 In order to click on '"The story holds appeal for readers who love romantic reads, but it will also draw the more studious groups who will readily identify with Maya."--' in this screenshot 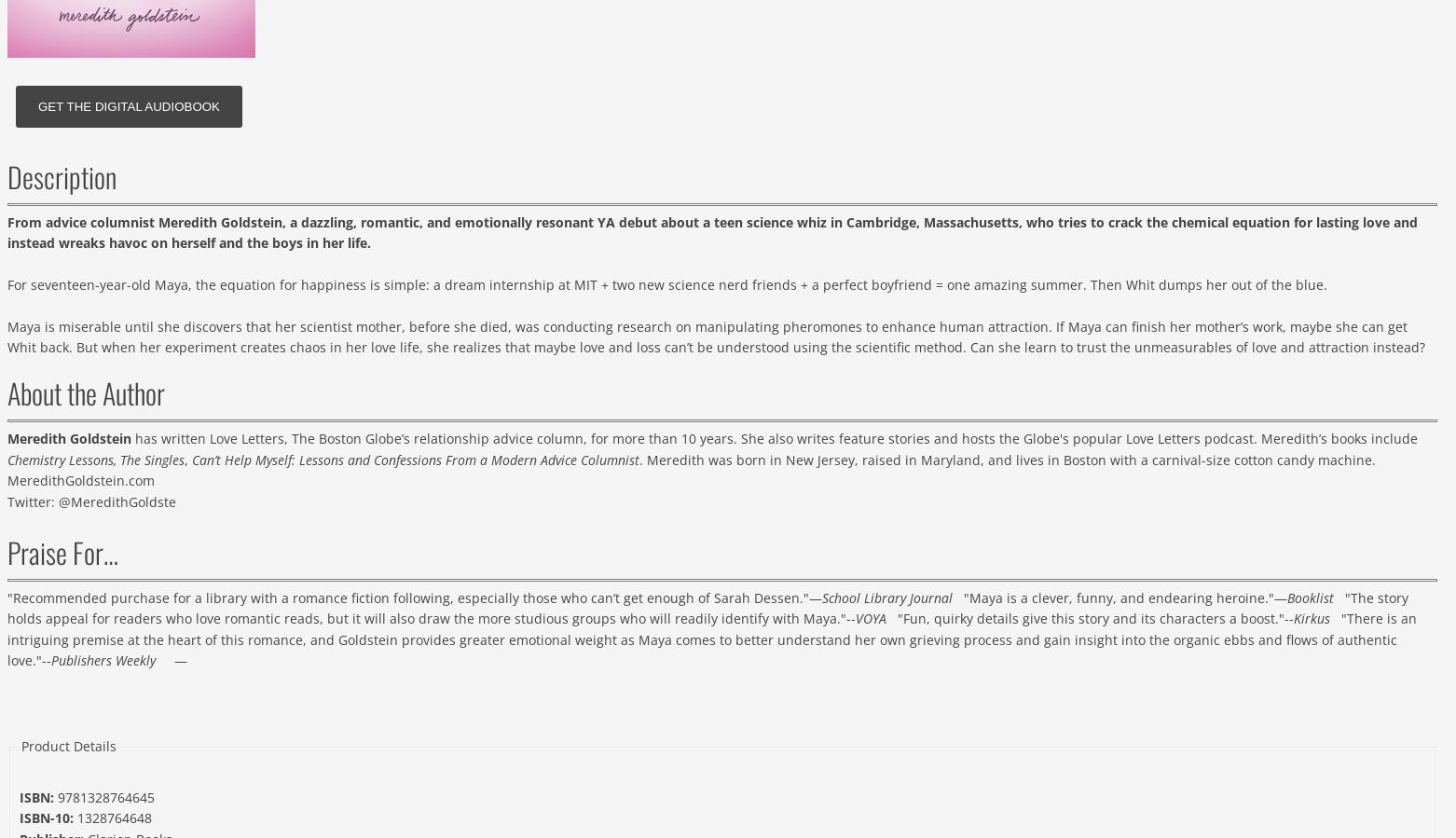, I will do `click(707, 607)`.